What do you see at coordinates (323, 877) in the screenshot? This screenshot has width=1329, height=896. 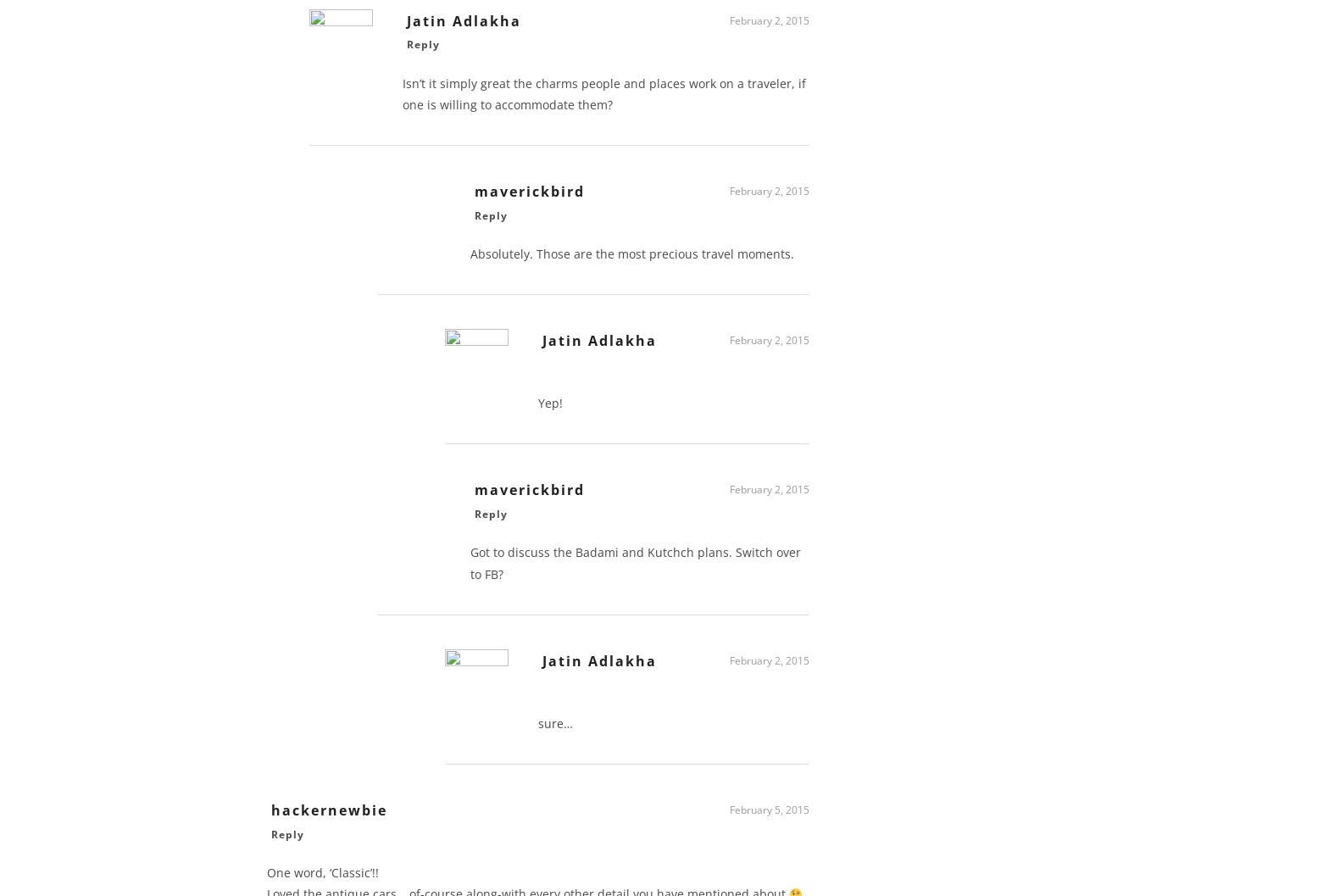 I see `'One word, ‘Classic’!!'` at bounding box center [323, 877].